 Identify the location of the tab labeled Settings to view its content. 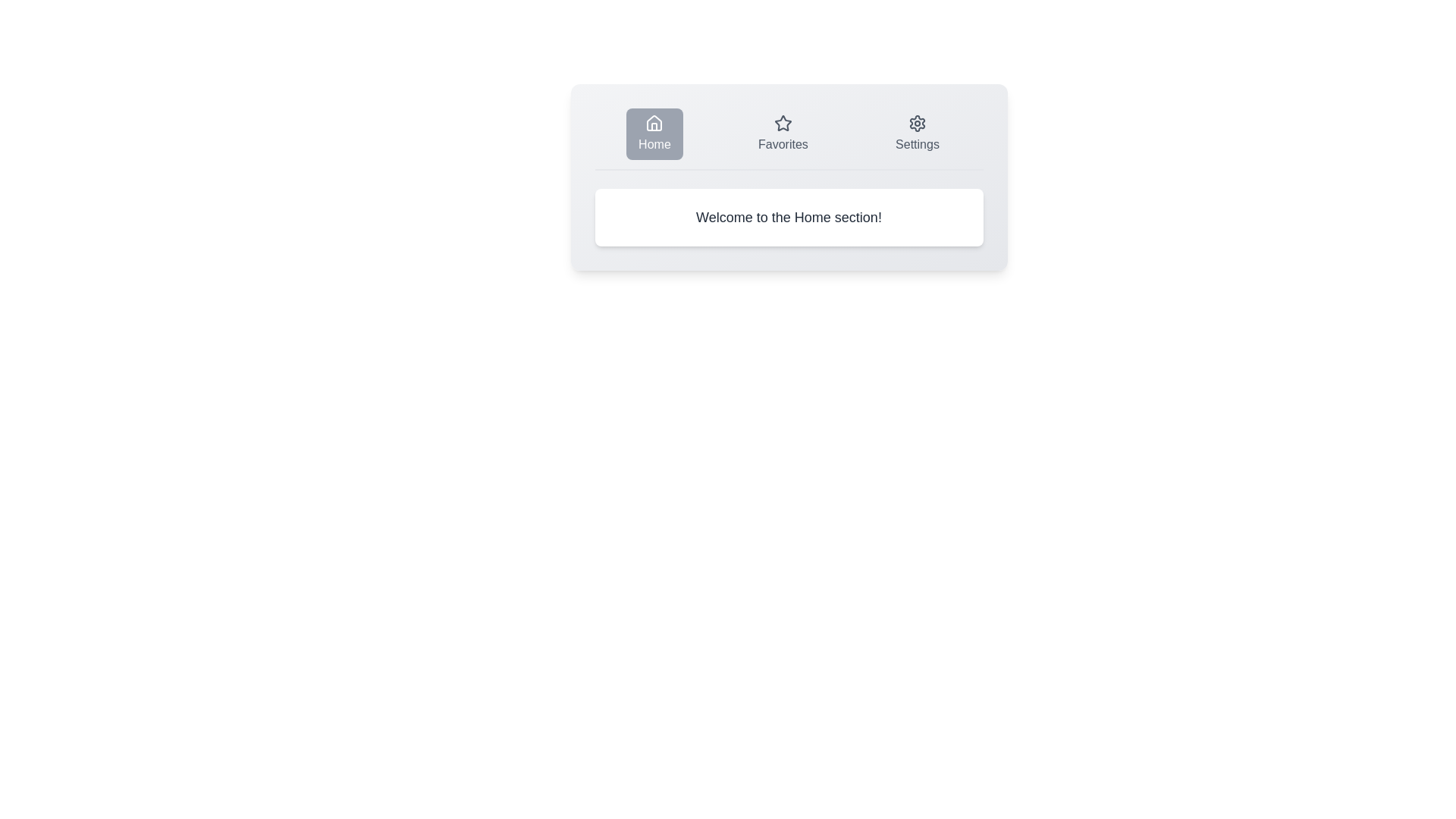
(916, 133).